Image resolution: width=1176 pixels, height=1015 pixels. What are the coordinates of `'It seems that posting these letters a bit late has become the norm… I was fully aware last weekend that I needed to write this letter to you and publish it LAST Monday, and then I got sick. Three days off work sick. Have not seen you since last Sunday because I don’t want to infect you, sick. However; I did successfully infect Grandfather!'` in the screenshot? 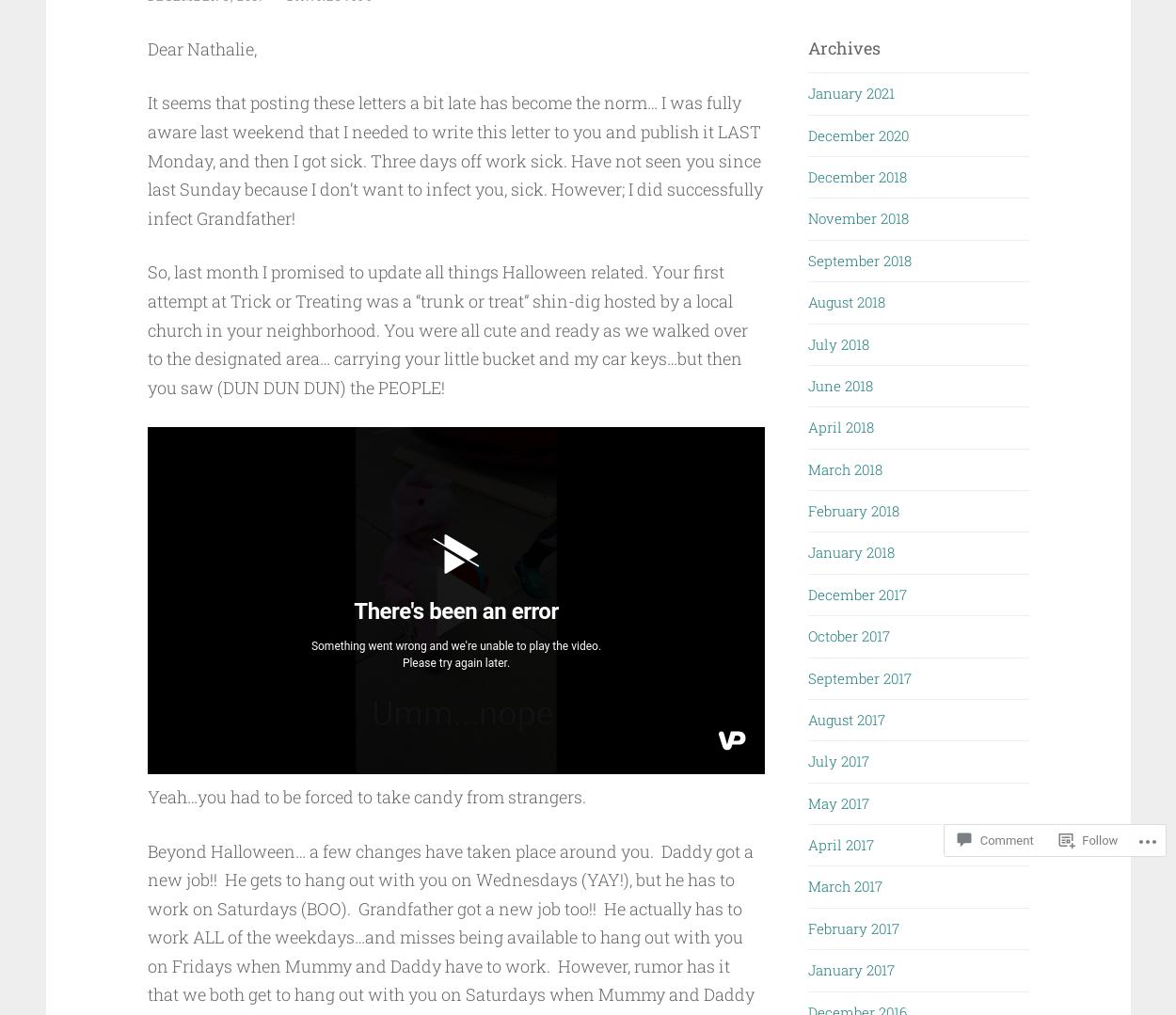 It's located at (453, 160).